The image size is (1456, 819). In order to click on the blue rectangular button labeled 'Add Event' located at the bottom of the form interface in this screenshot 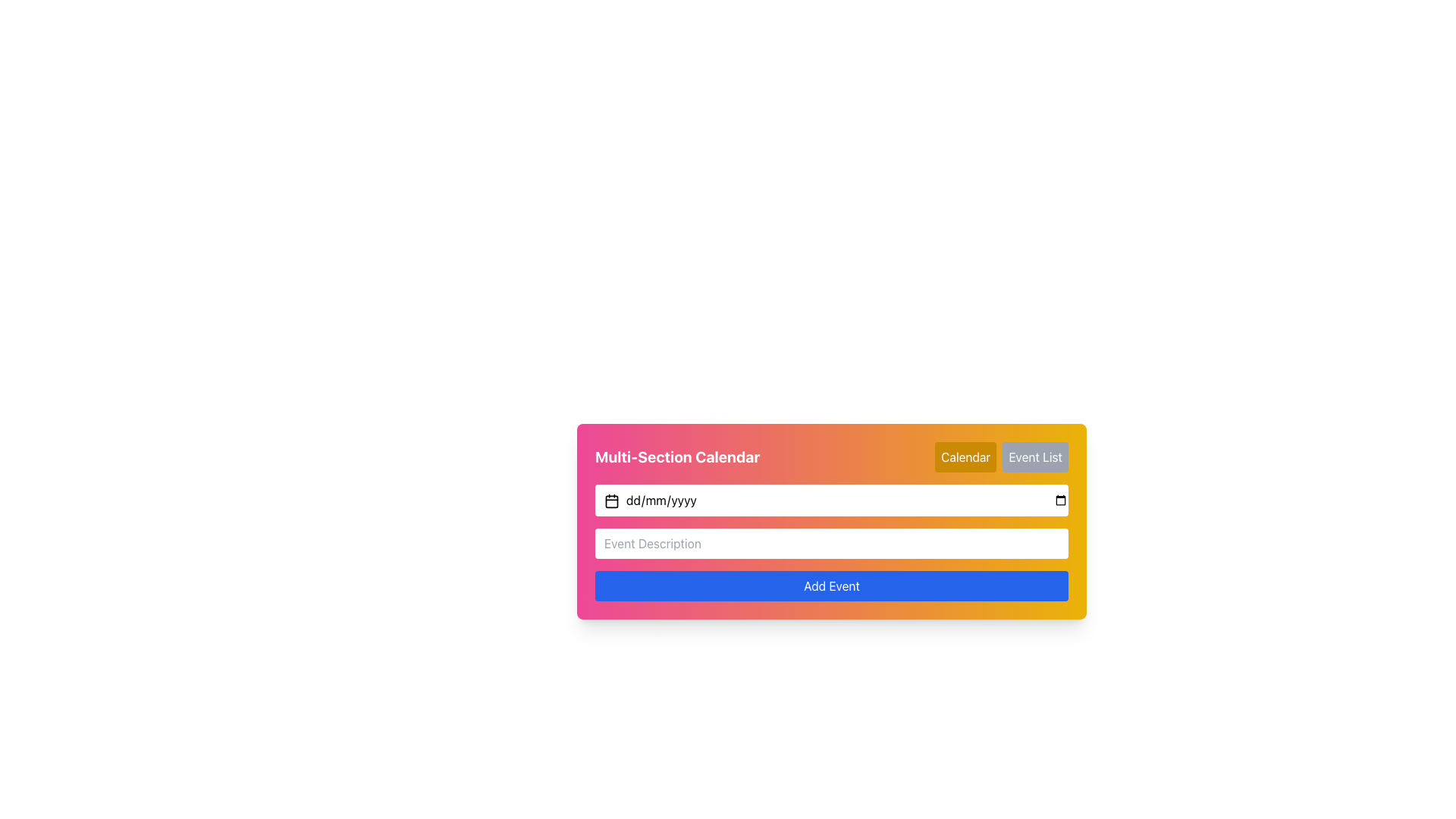, I will do `click(831, 585)`.